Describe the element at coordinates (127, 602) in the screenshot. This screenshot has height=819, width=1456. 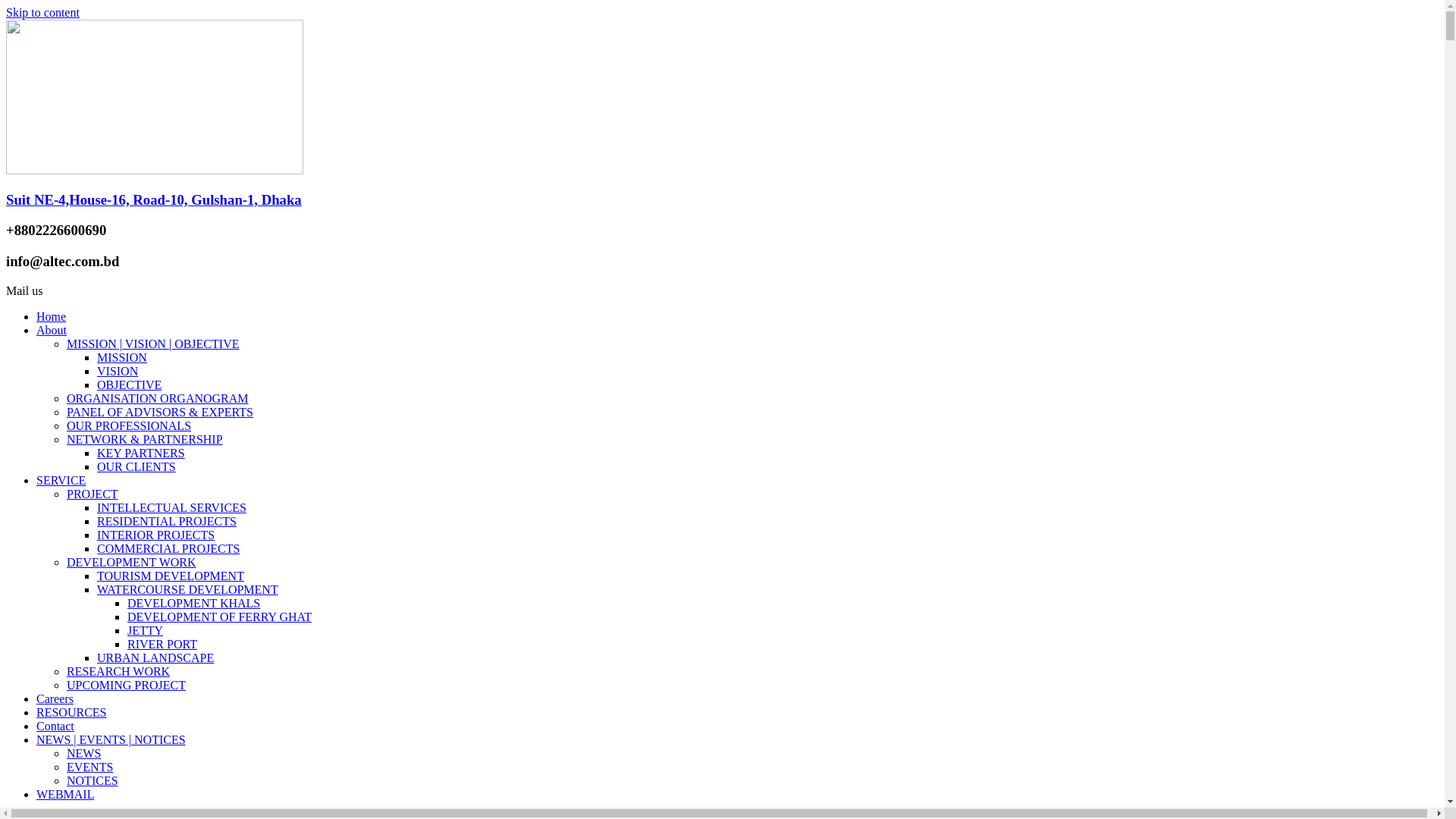
I see `'DEVELOPMENT KHALS'` at that location.